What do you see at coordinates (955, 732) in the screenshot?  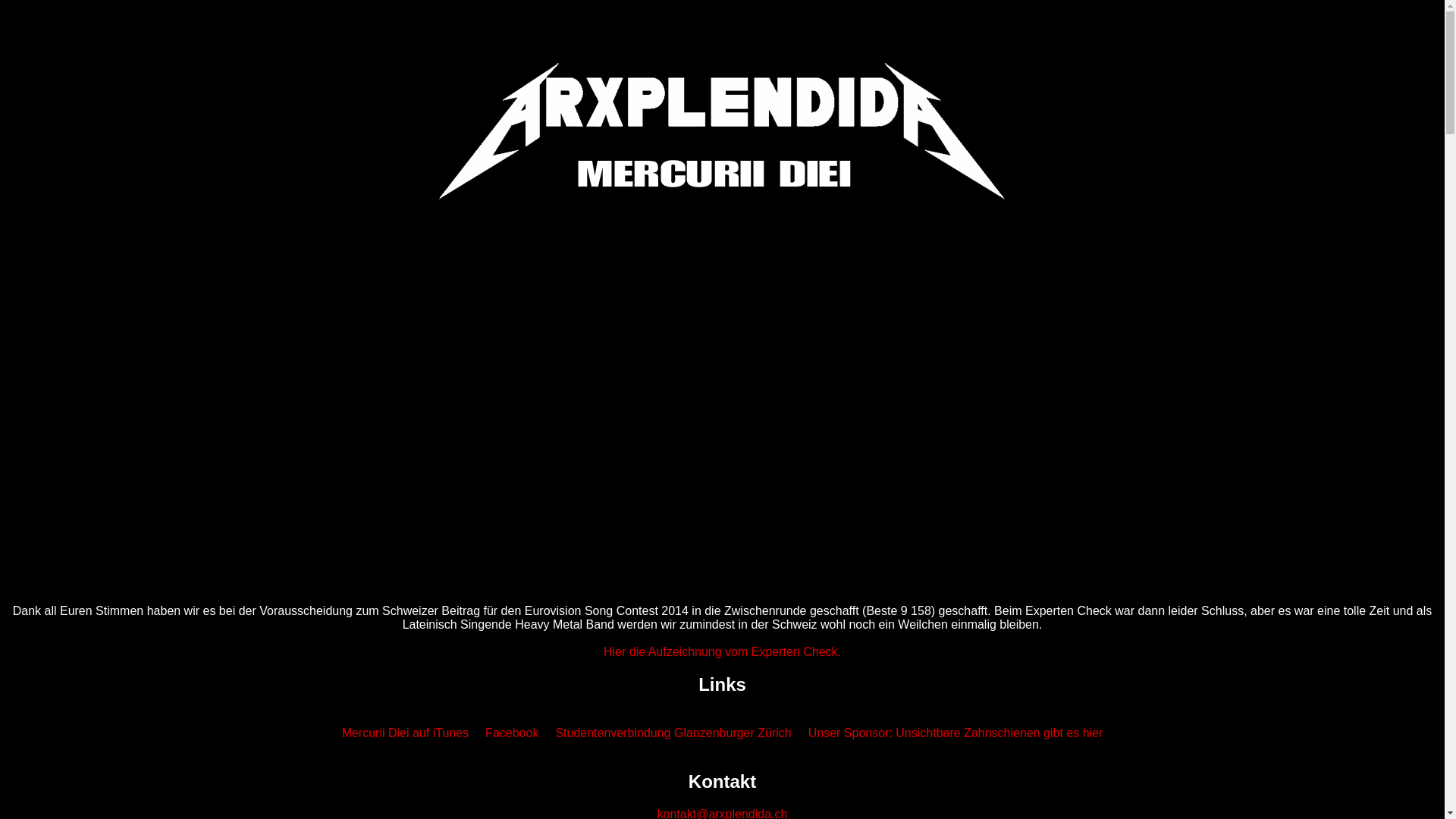 I see `'Unser Sponsor: Unsichtbare Zahnschienen gibt es hier'` at bounding box center [955, 732].